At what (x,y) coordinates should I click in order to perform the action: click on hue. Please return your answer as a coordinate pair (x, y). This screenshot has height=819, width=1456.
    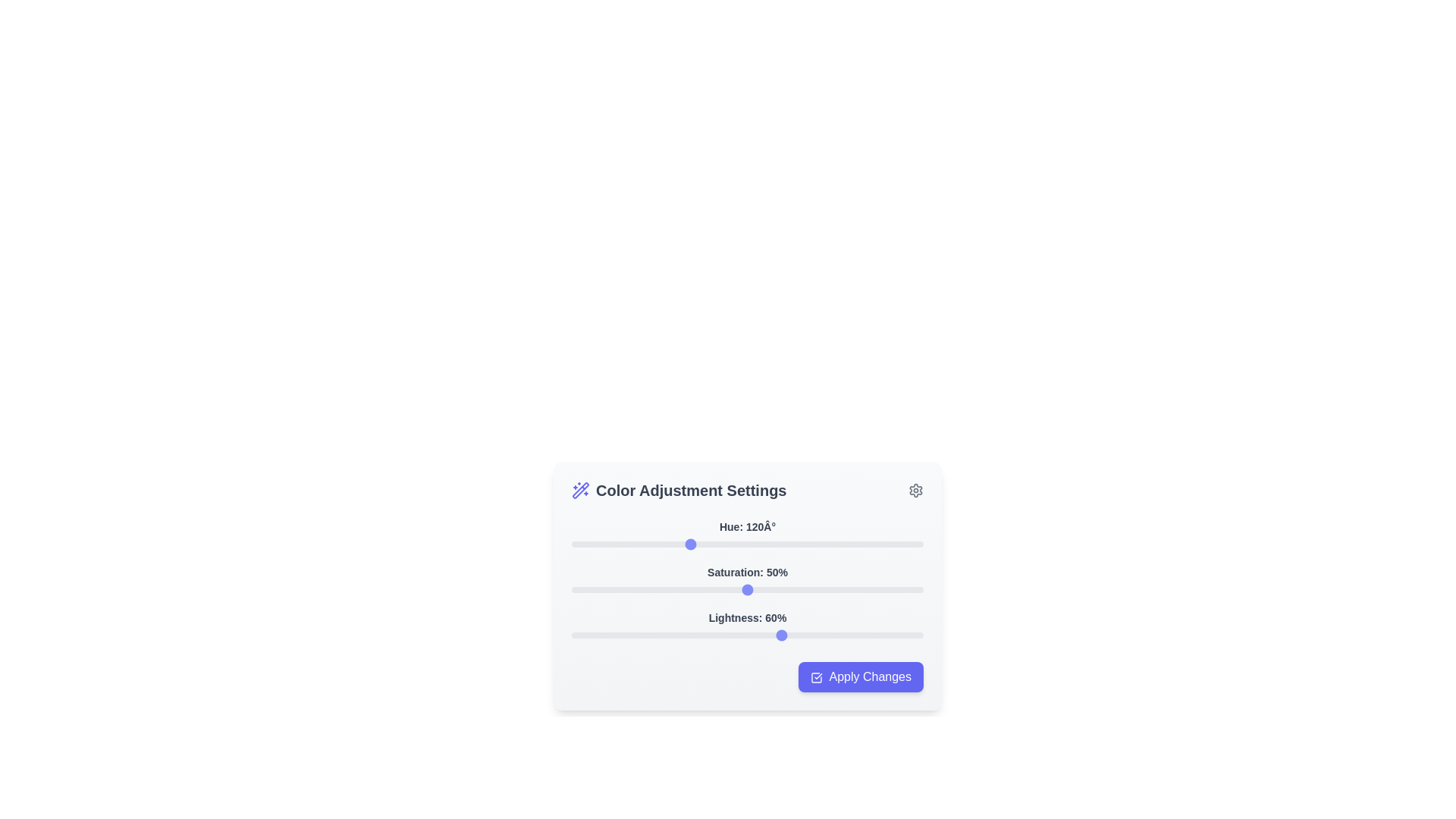
    Looking at the image, I should click on (891, 543).